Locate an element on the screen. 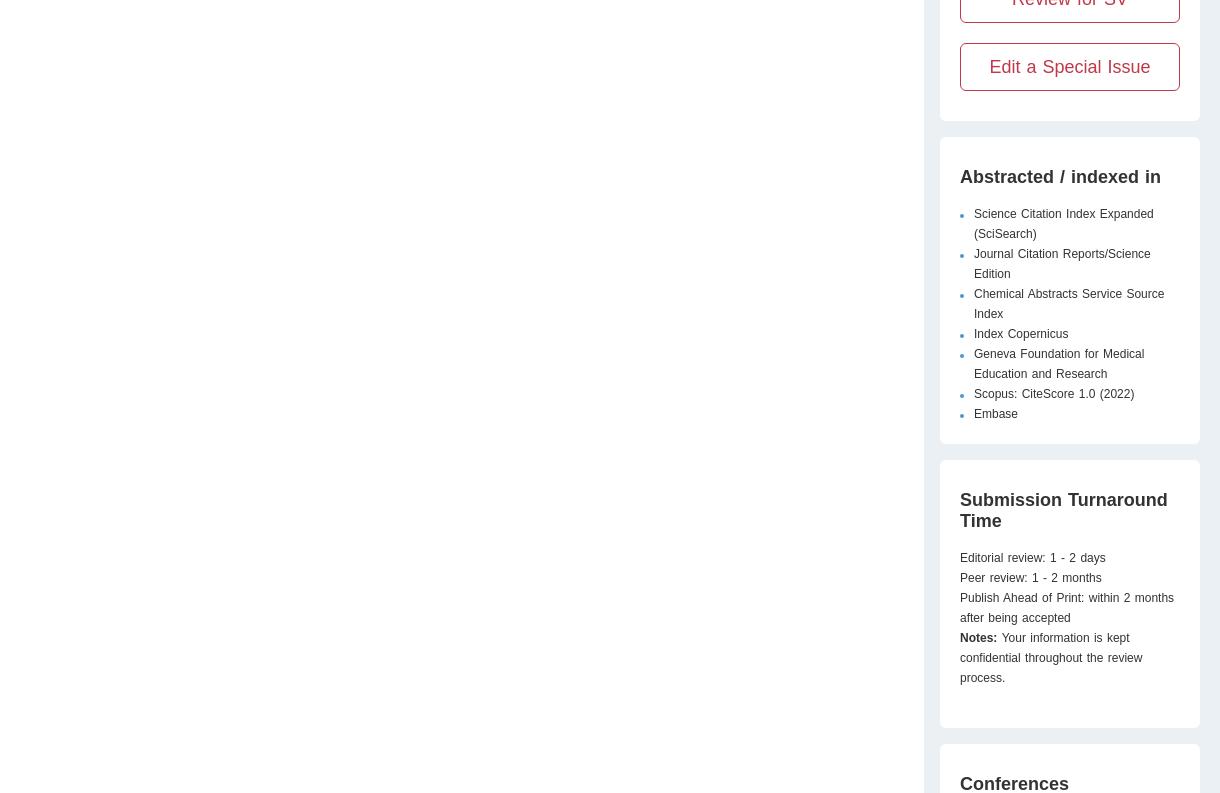  'Scopus: CiteScore 1.0 (2022)' is located at coordinates (1053, 392).